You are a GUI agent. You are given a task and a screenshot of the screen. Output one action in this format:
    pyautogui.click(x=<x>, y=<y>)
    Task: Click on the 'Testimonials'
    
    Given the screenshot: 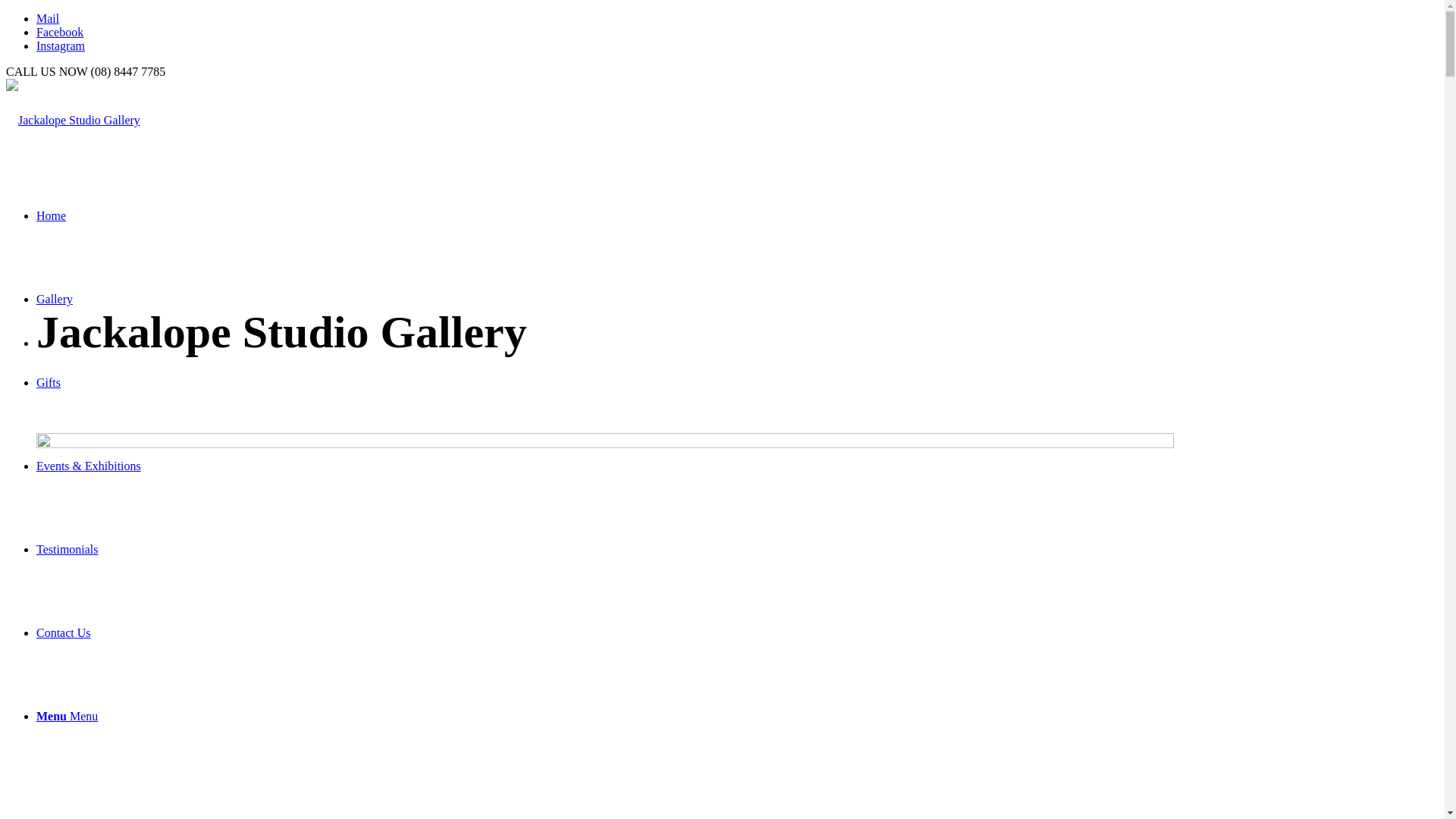 What is the action you would take?
    pyautogui.click(x=67, y=549)
    